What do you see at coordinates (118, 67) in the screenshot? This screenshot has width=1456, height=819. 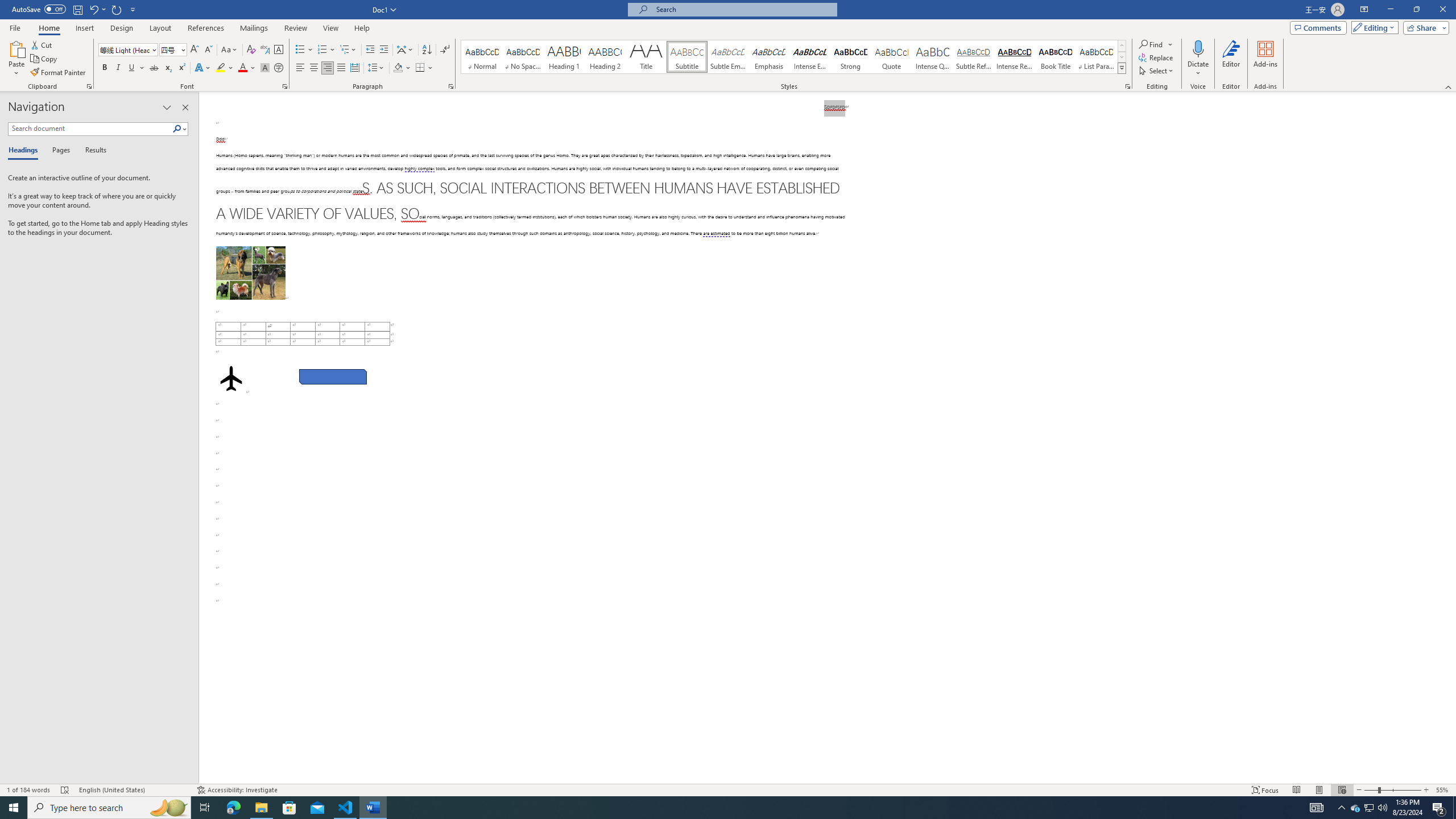 I see `'Italic'` at bounding box center [118, 67].